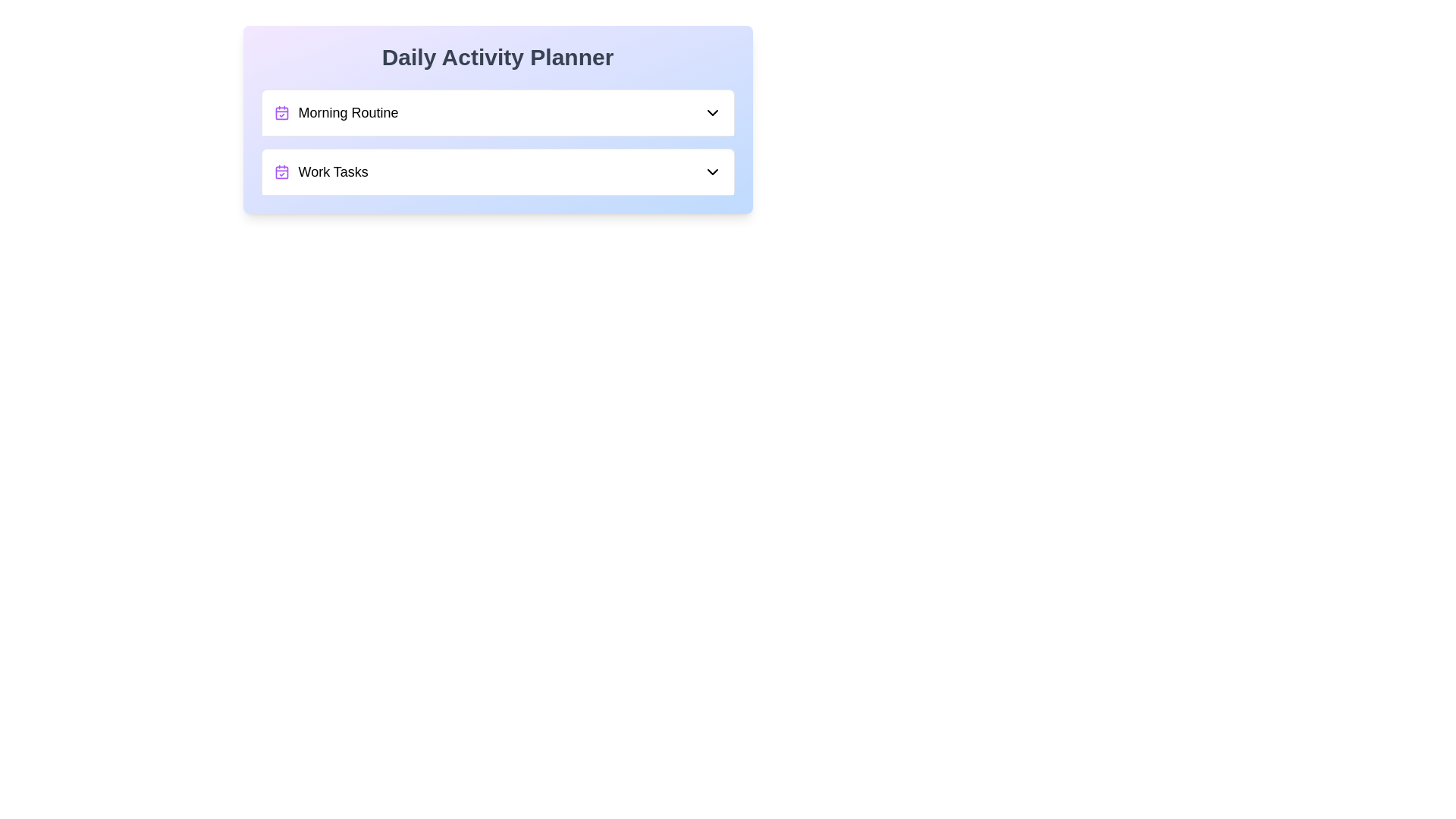 This screenshot has height=819, width=1456. What do you see at coordinates (281, 171) in the screenshot?
I see `the icon associated with Work Tasks to toggle its visibility` at bounding box center [281, 171].